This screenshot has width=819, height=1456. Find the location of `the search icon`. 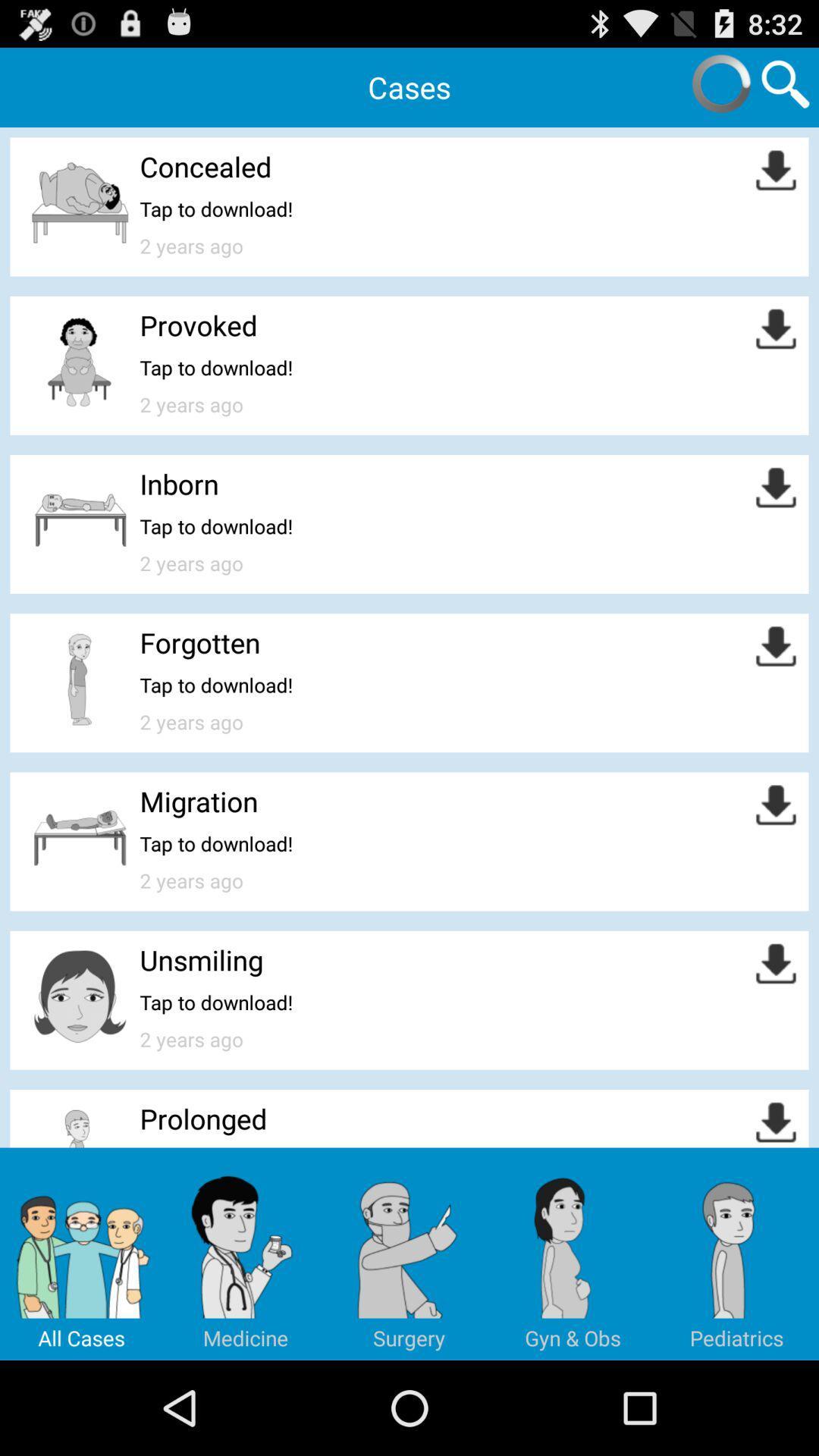

the search icon is located at coordinates (785, 89).